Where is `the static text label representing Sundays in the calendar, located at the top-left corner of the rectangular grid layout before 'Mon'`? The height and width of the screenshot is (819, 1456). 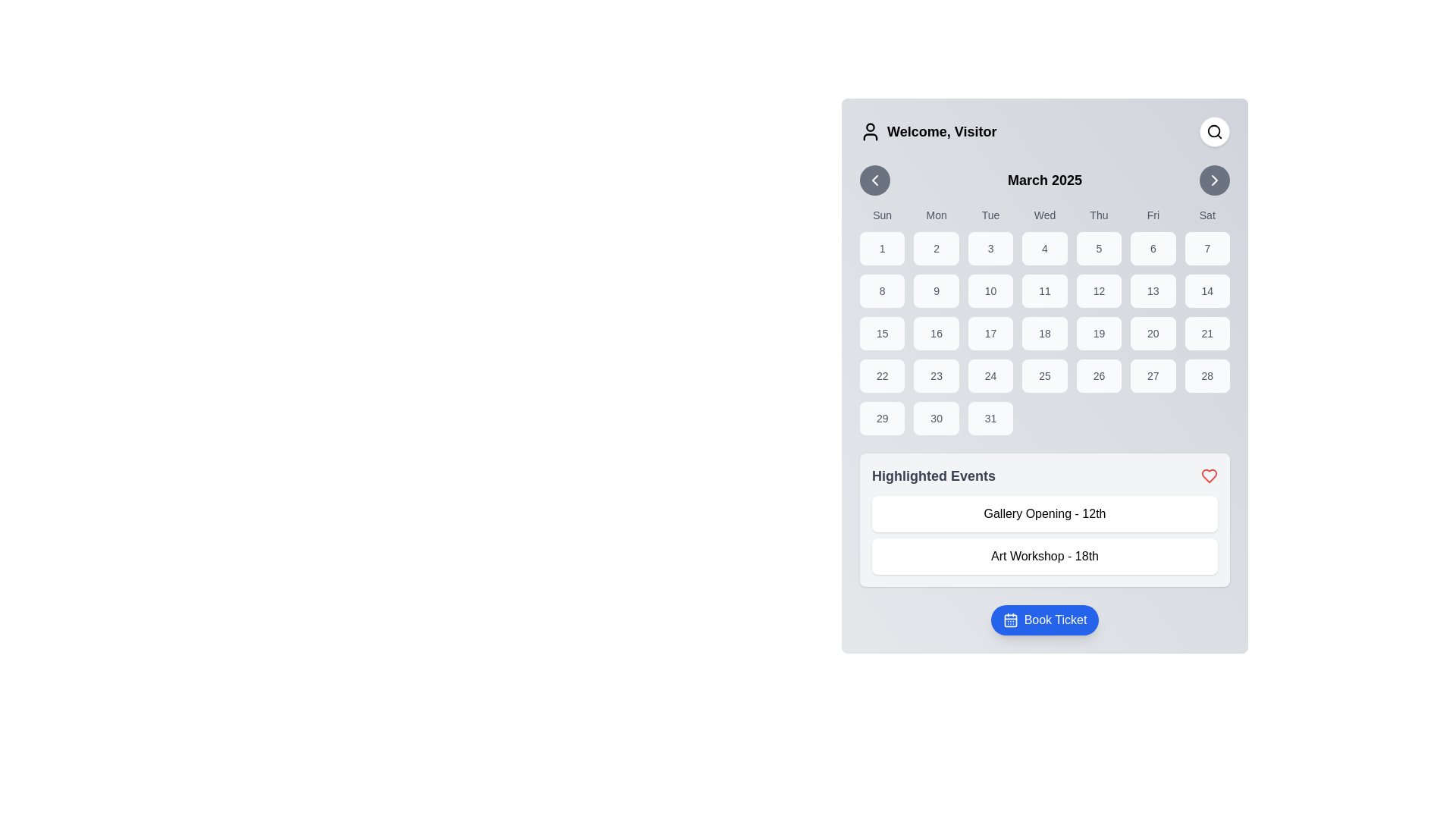
the static text label representing Sundays in the calendar, located at the top-left corner of the rectangular grid layout before 'Mon' is located at coordinates (882, 215).